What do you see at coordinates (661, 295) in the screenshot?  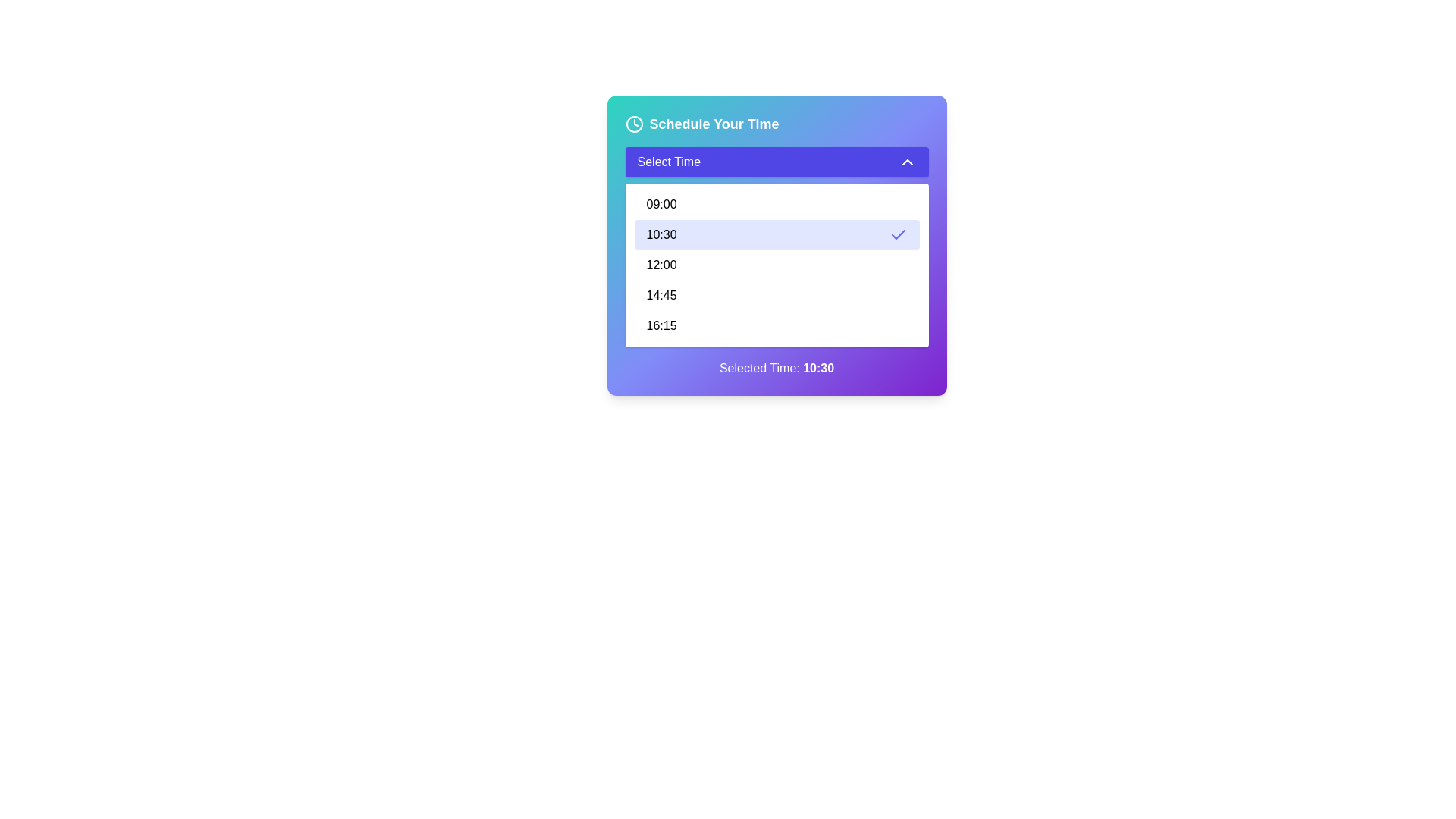 I see `the static text label showing the time '14:45' within the dropdown menu of the time scheduler interface` at bounding box center [661, 295].